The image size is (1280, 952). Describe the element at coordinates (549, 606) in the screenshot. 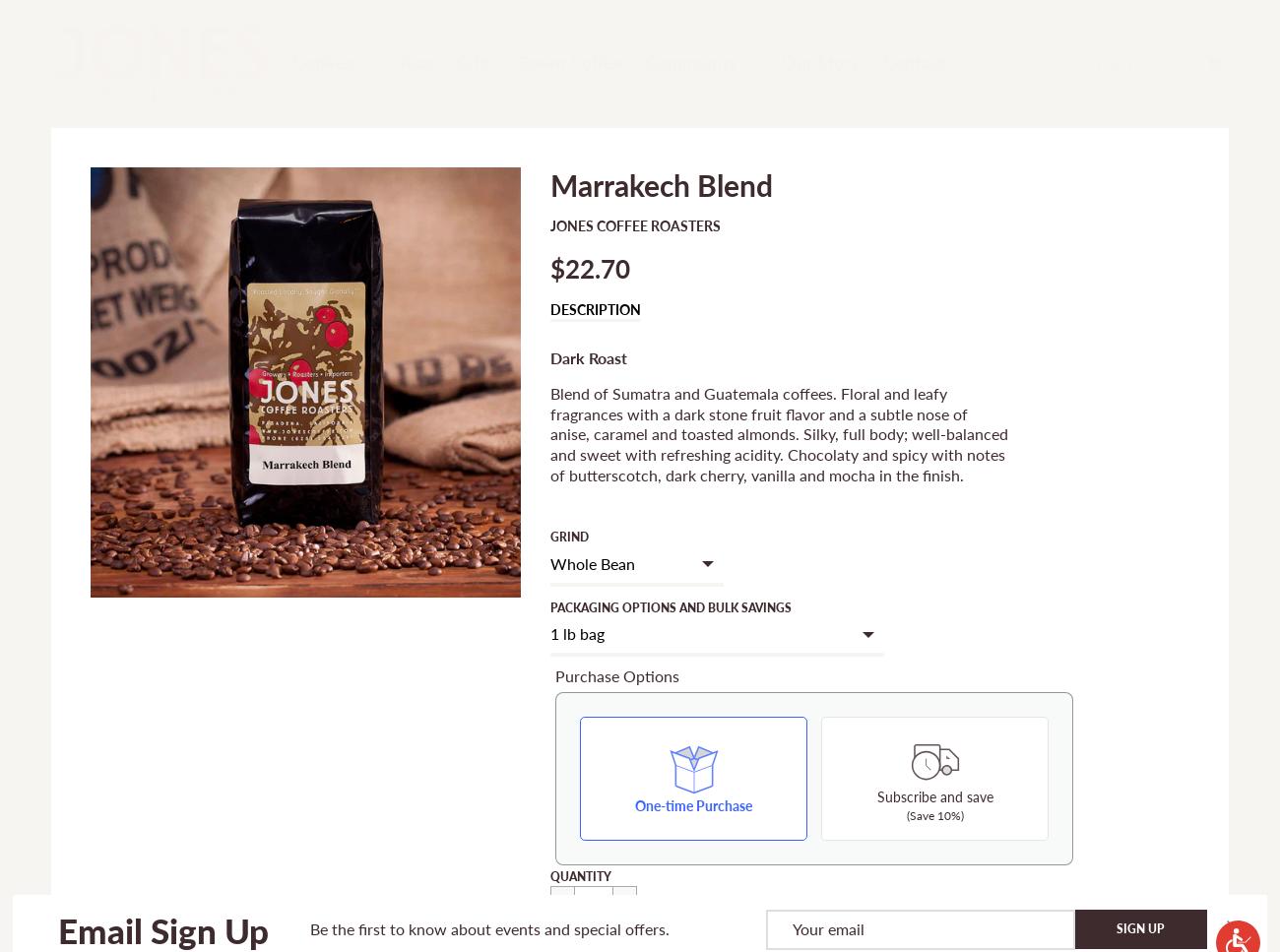

I see `'Packaging options and bulk savings'` at that location.